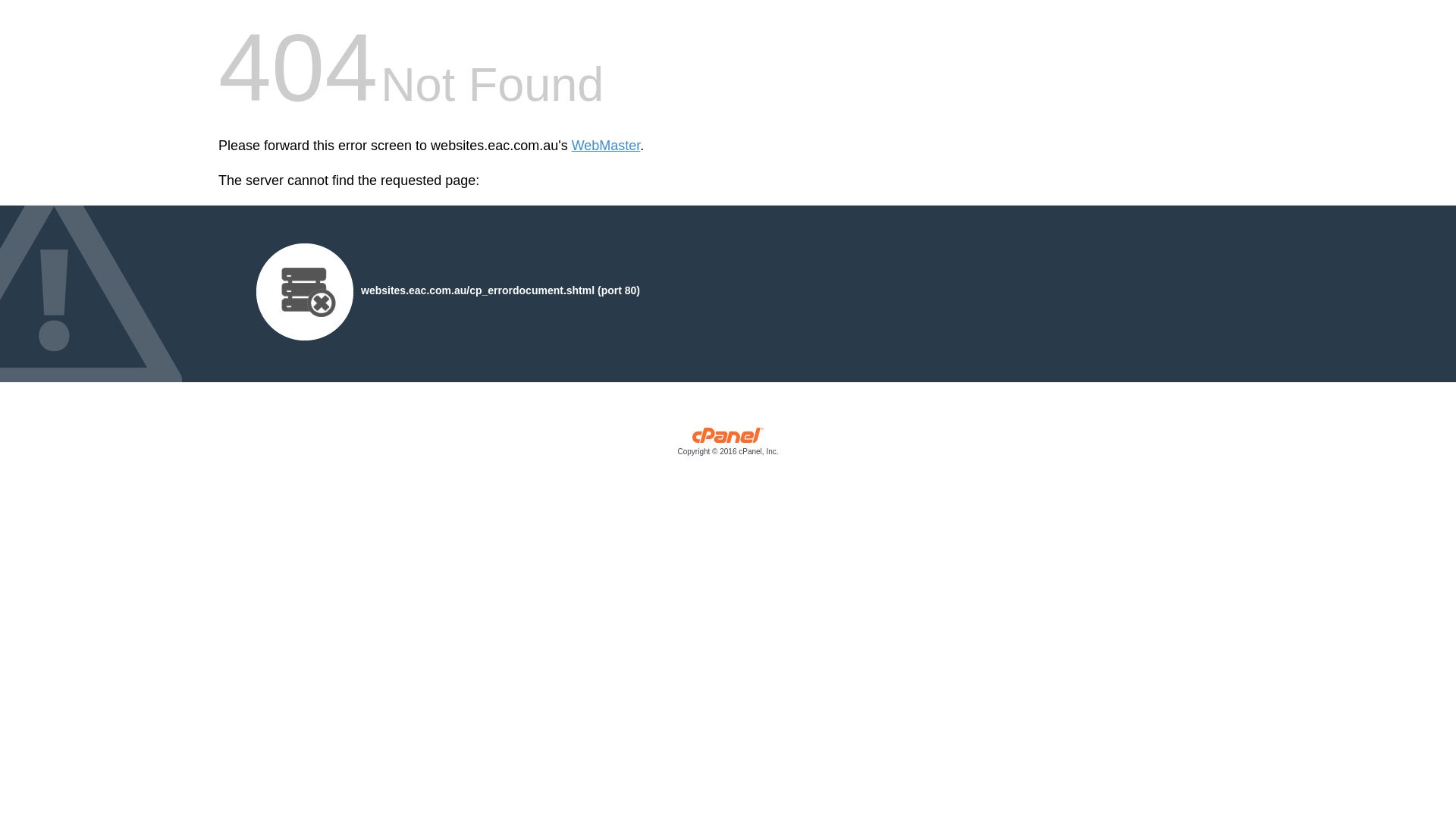  I want to click on 'WebMaster', so click(605, 146).